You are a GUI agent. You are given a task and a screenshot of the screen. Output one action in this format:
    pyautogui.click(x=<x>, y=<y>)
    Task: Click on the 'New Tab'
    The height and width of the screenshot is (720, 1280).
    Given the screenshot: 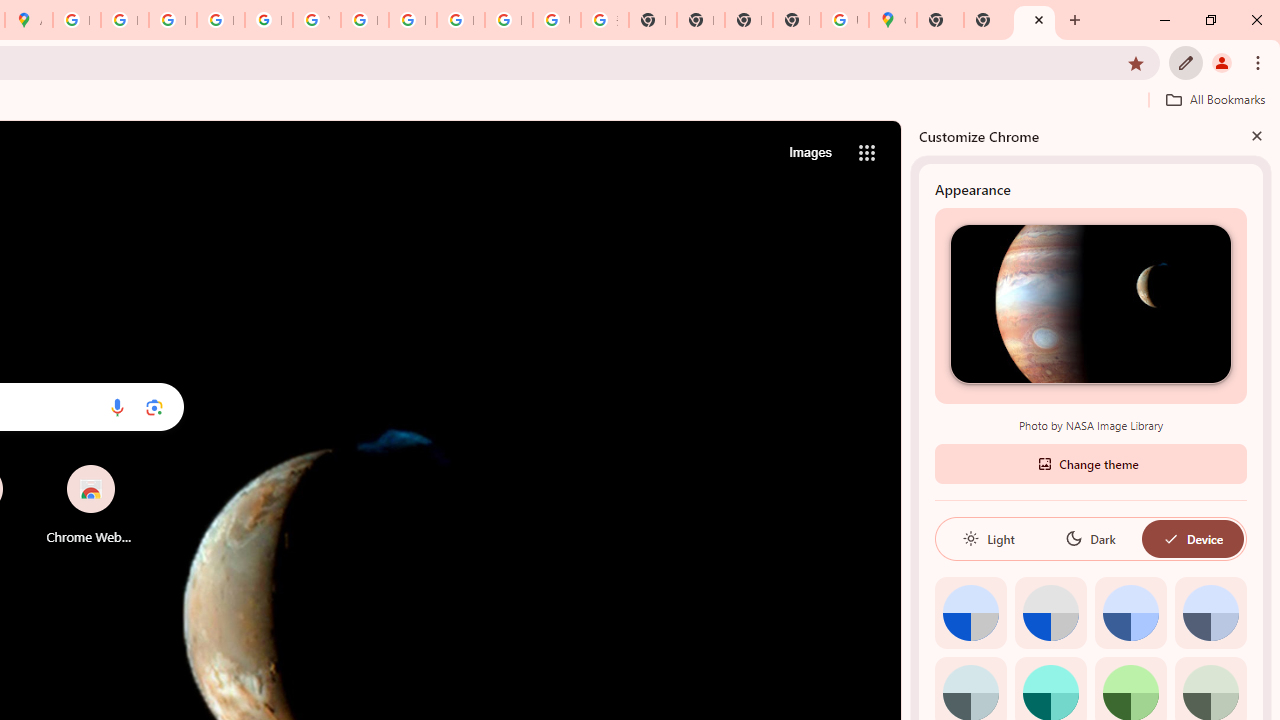 What is the action you would take?
    pyautogui.click(x=987, y=20)
    